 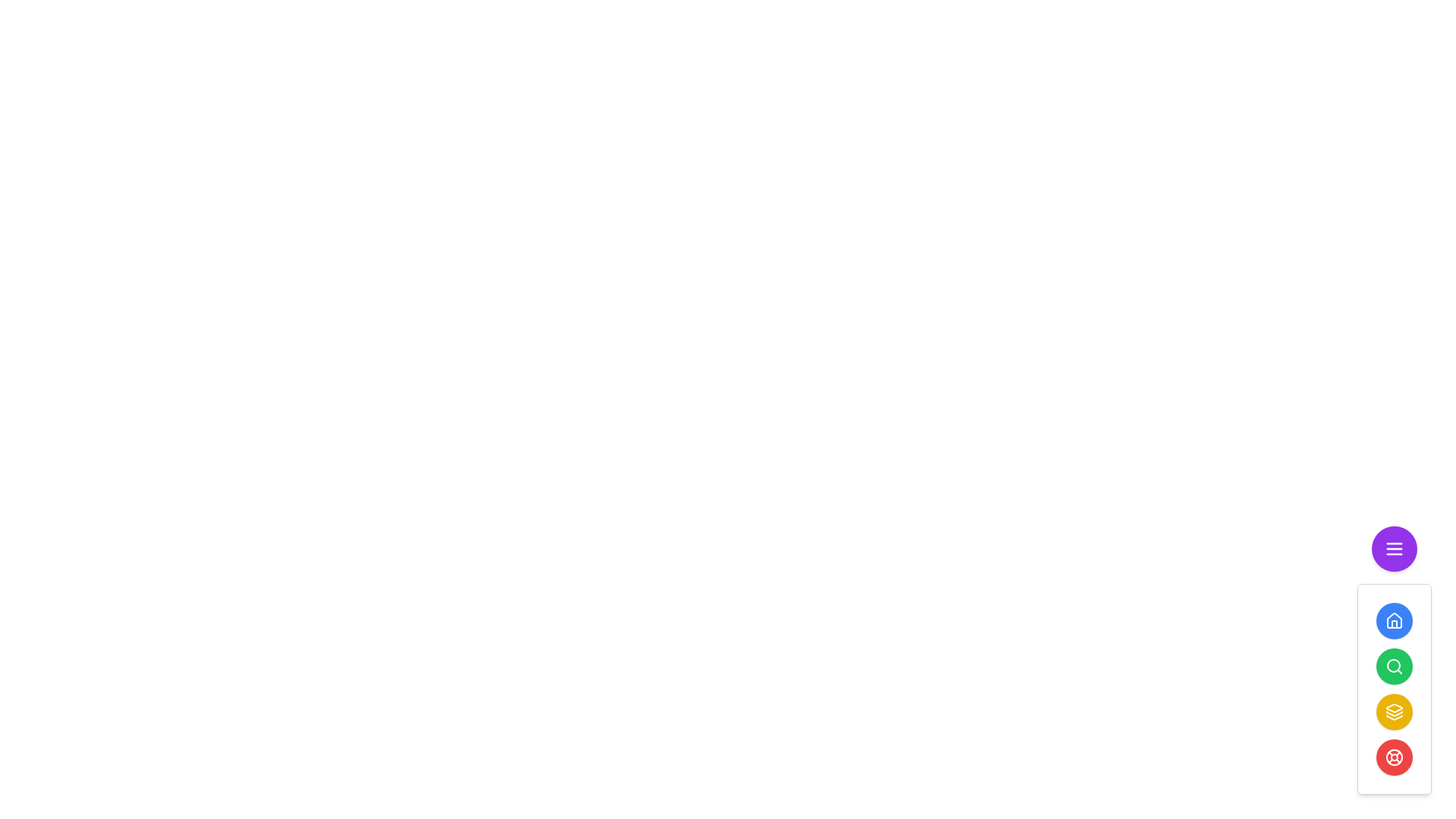 I want to click on the search icon button, which is a green circular button with a white magnifying glass icon, the second button from the top in a vertical stack of buttons on the right side of the interface, to potentially reveal a tooltip or highlight effect, so click(x=1394, y=666).